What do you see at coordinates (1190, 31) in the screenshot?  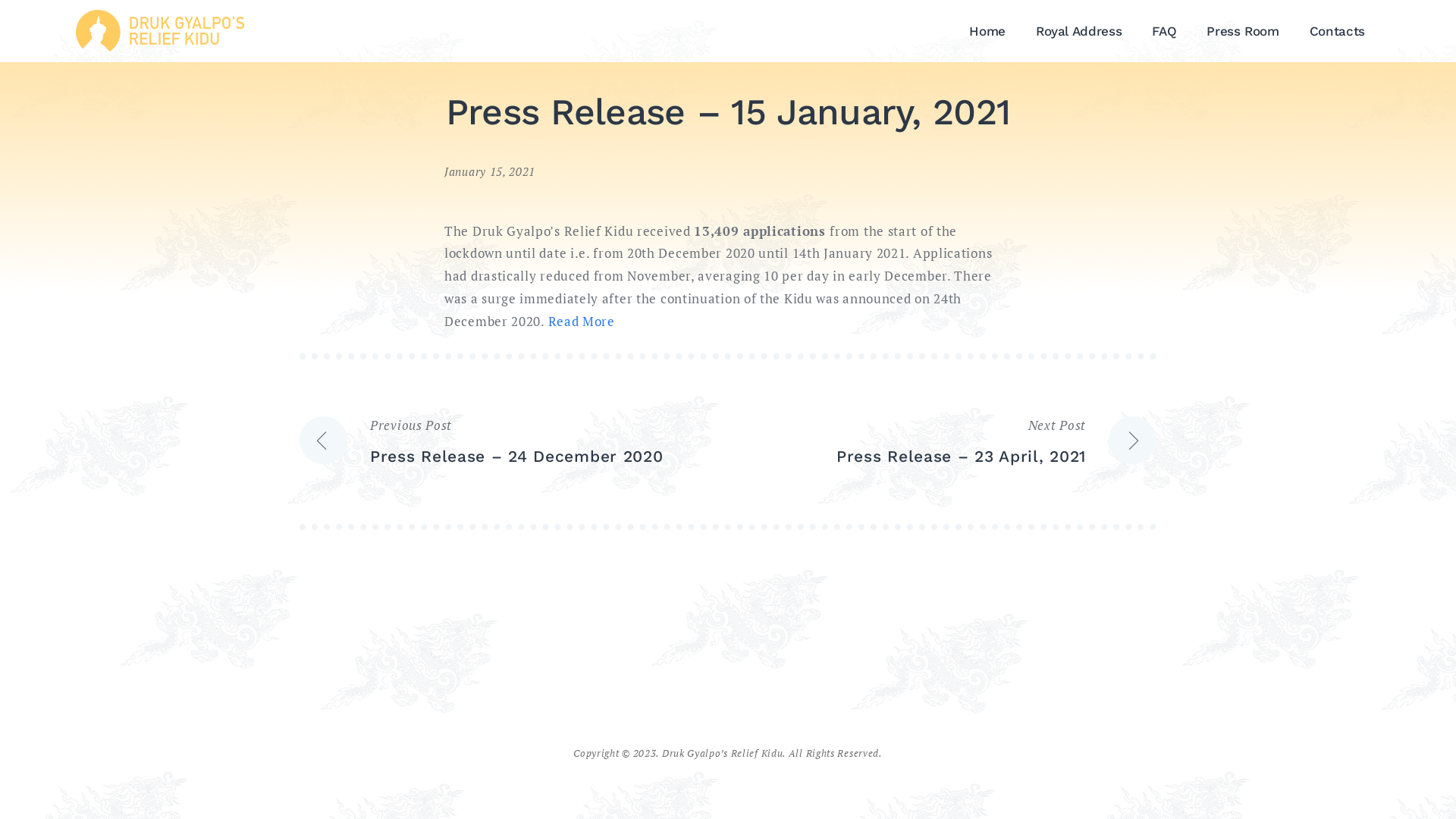 I see `'Press Room'` at bounding box center [1190, 31].